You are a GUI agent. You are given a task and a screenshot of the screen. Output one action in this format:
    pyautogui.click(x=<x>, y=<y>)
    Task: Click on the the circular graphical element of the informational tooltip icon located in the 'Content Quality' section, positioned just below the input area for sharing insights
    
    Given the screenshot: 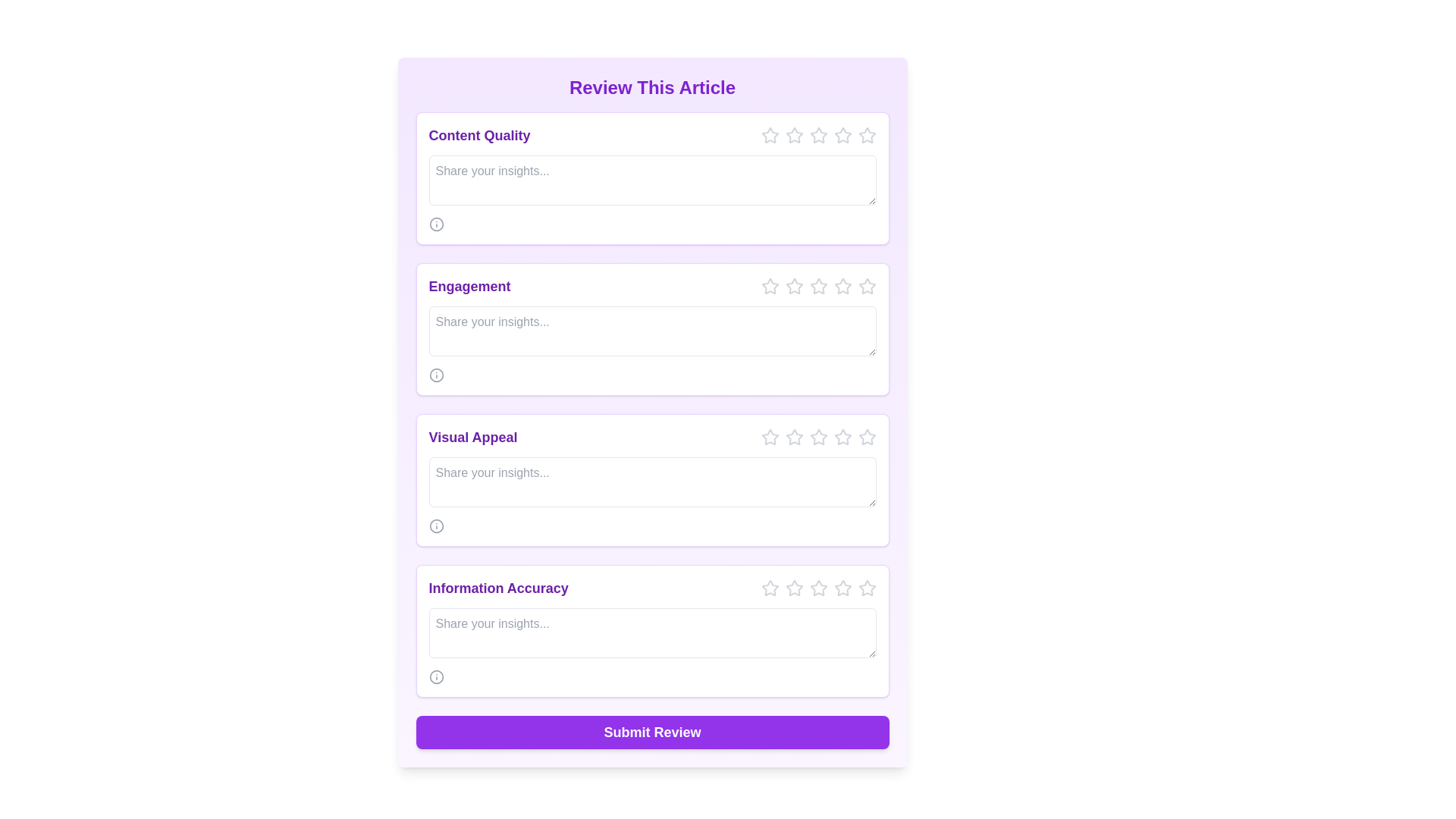 What is the action you would take?
    pyautogui.click(x=435, y=224)
    